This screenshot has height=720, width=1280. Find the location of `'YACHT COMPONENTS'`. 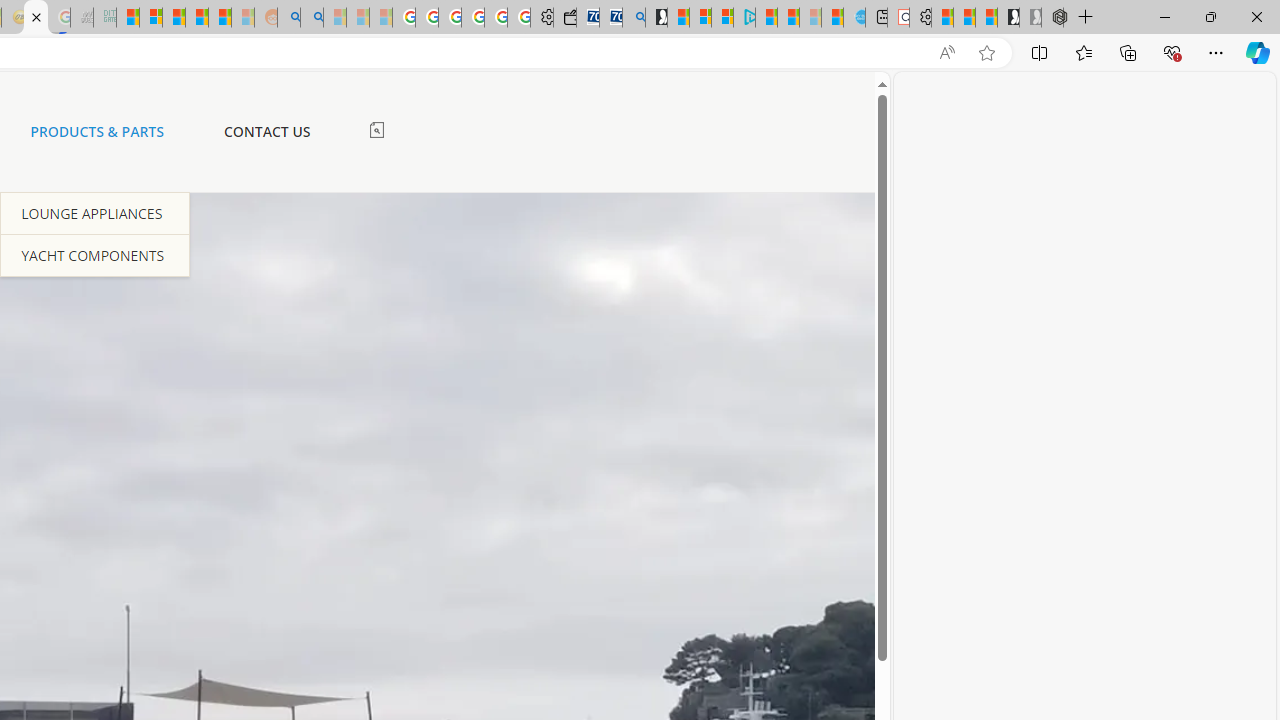

'YACHT COMPONENTS' is located at coordinates (94, 253).